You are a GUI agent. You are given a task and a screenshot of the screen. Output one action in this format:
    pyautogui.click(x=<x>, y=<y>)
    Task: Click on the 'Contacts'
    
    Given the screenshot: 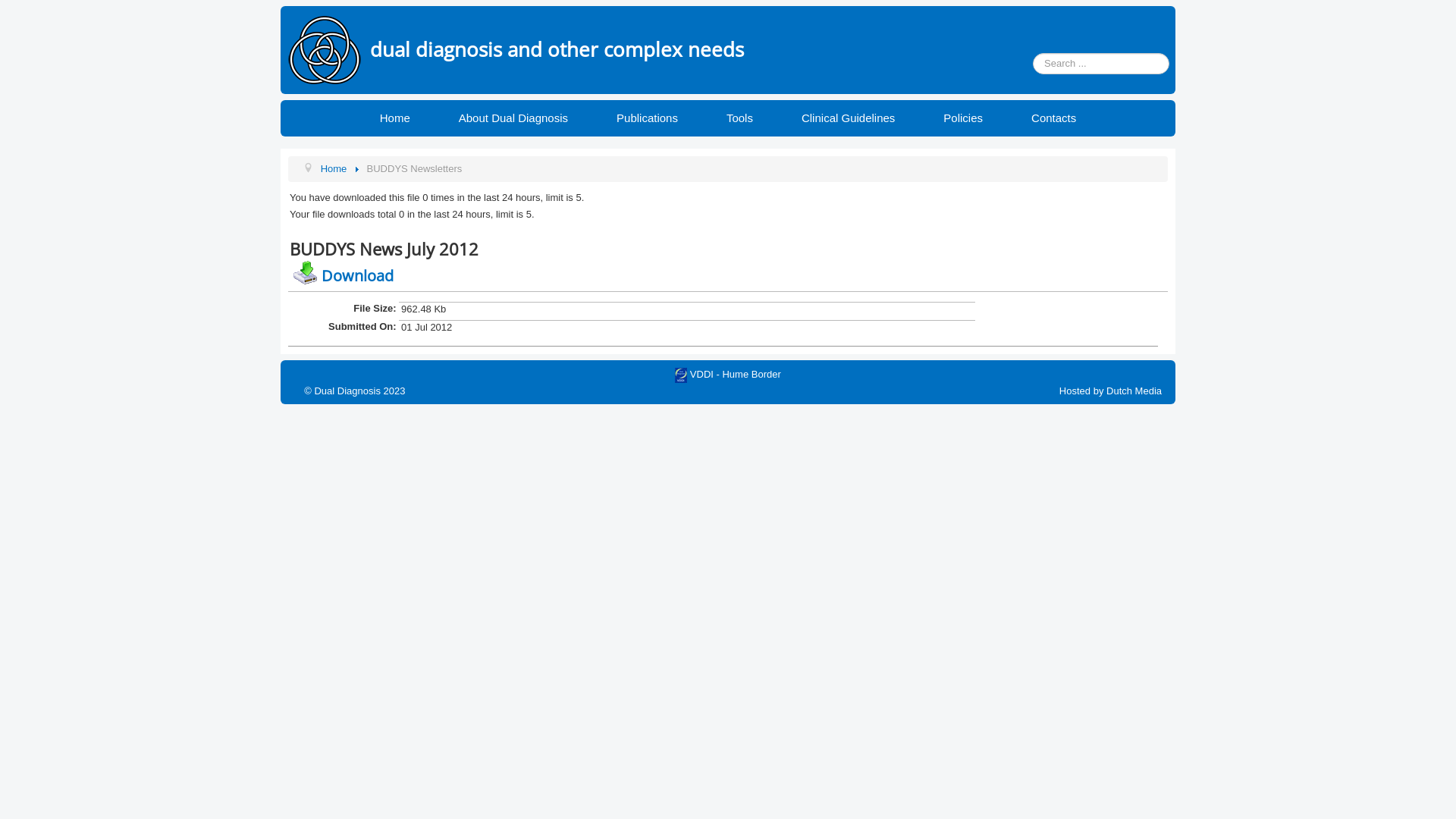 What is the action you would take?
    pyautogui.click(x=1053, y=117)
    